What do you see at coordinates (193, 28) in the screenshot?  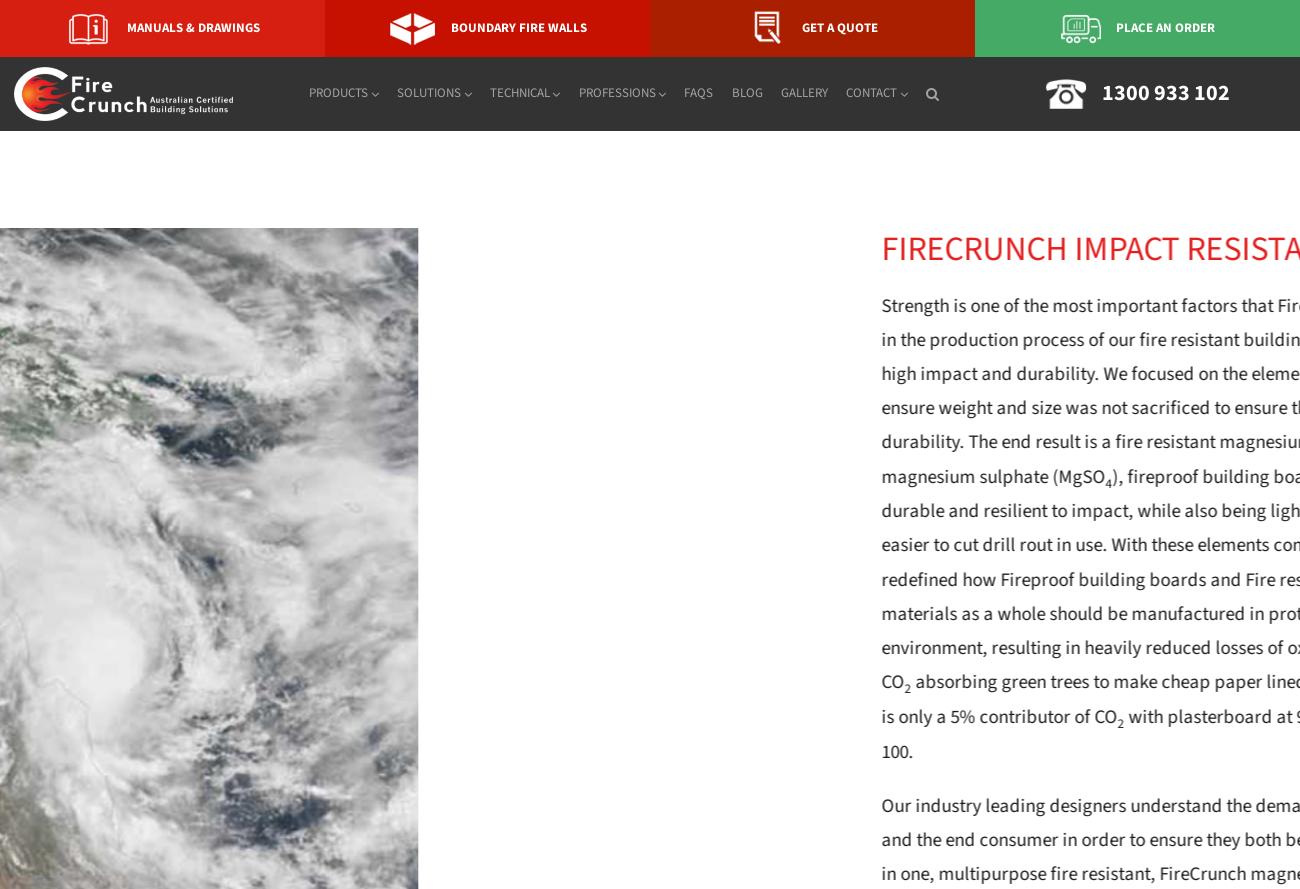 I see `'MANUALS & DRAWINGS'` at bounding box center [193, 28].